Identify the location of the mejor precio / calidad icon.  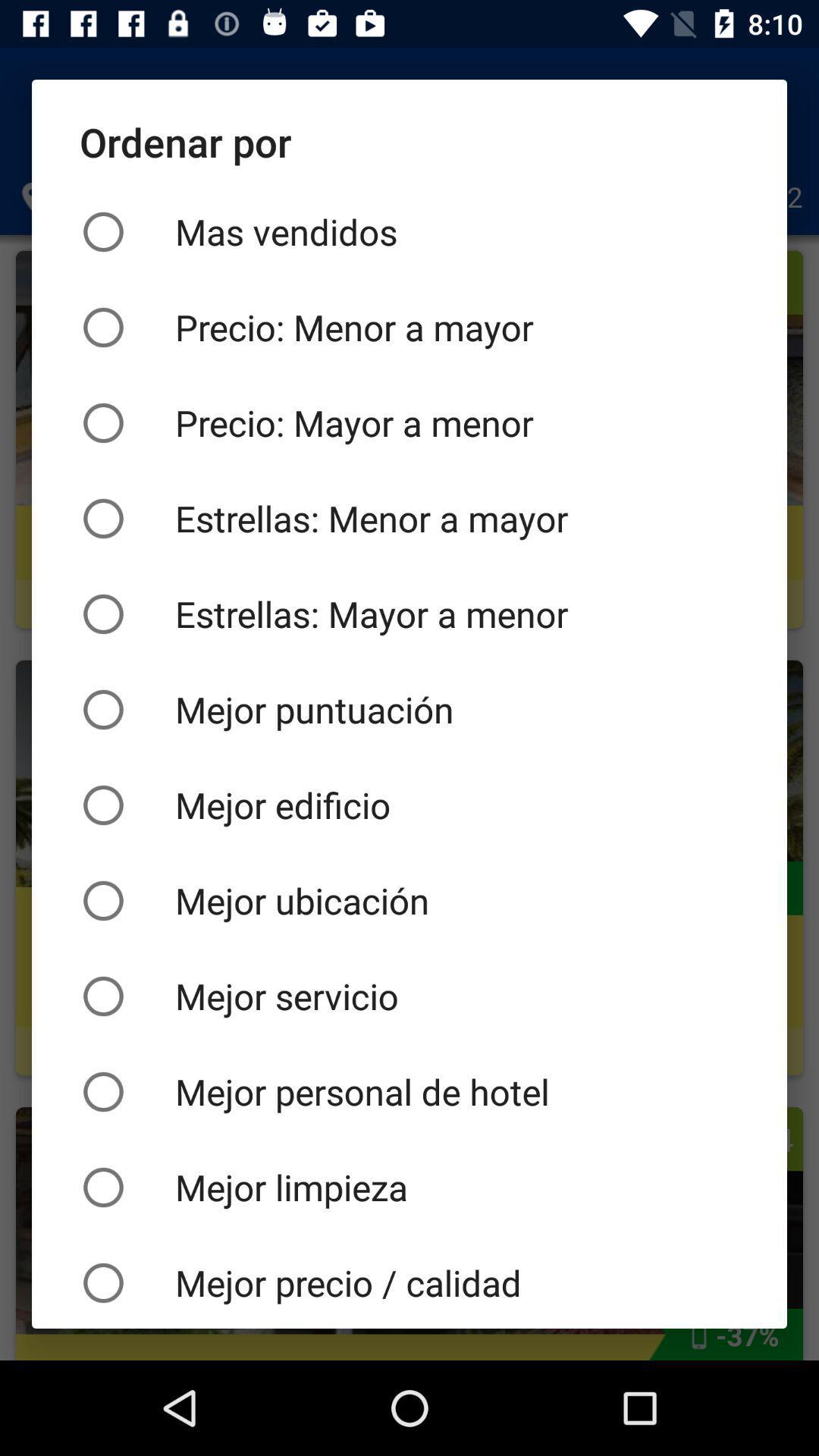
(409, 1281).